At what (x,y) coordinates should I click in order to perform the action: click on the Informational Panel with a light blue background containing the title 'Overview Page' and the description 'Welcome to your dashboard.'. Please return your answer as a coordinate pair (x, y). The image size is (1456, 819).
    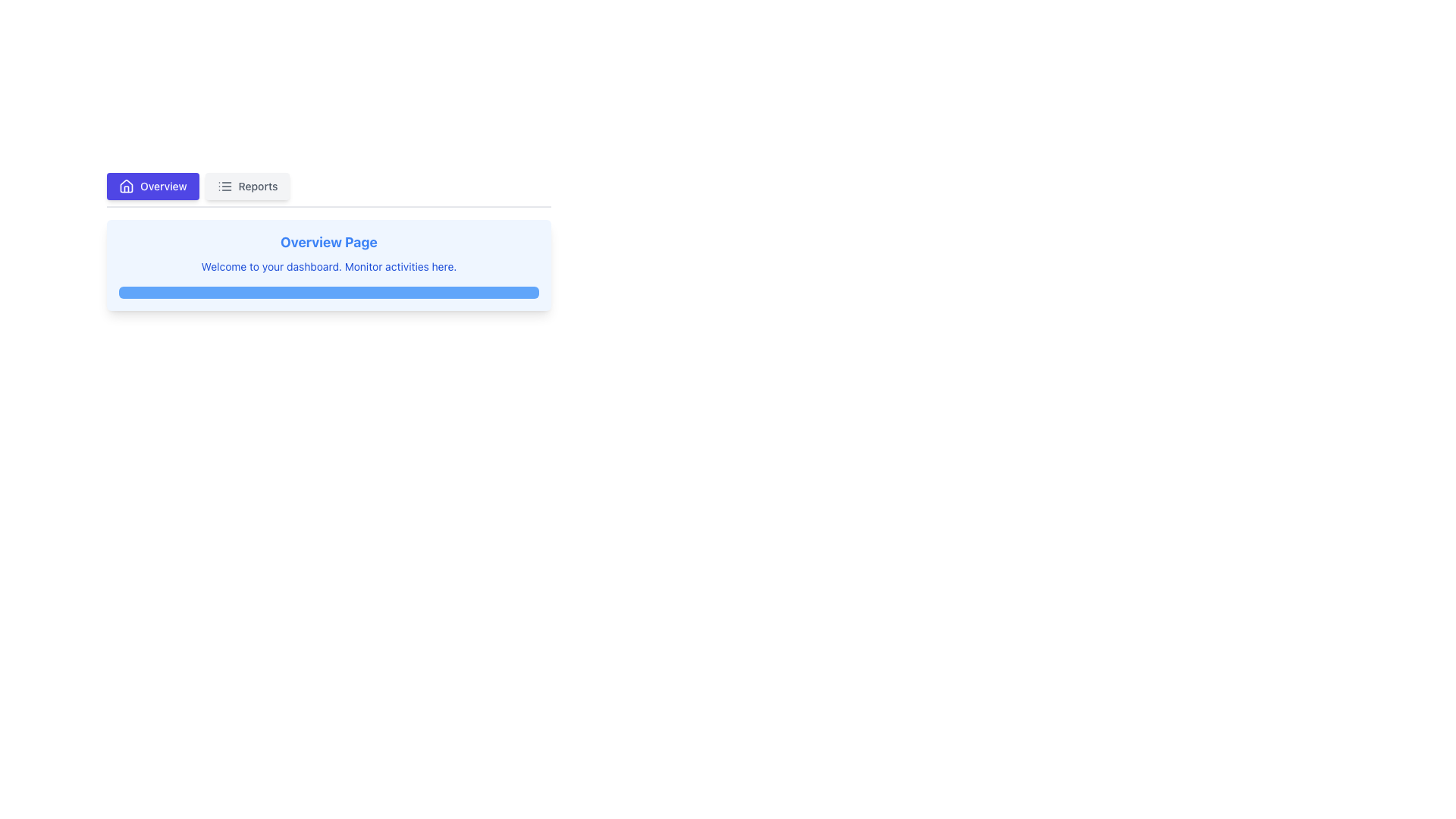
    Looking at the image, I should click on (328, 265).